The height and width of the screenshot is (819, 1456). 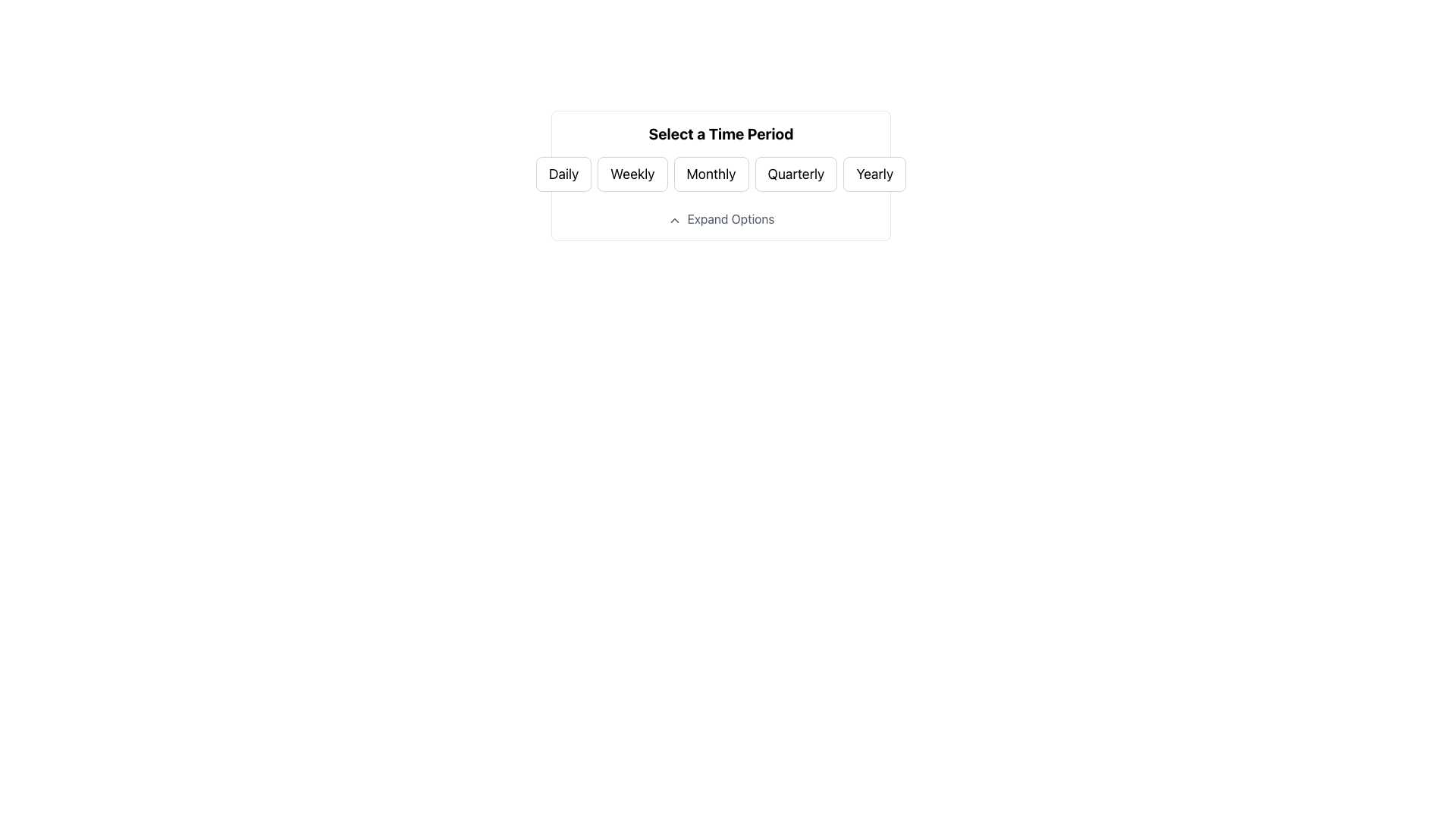 I want to click on the text label that toggles the expansion of additional options, located centrally below the time period selection buttons, so click(x=731, y=219).